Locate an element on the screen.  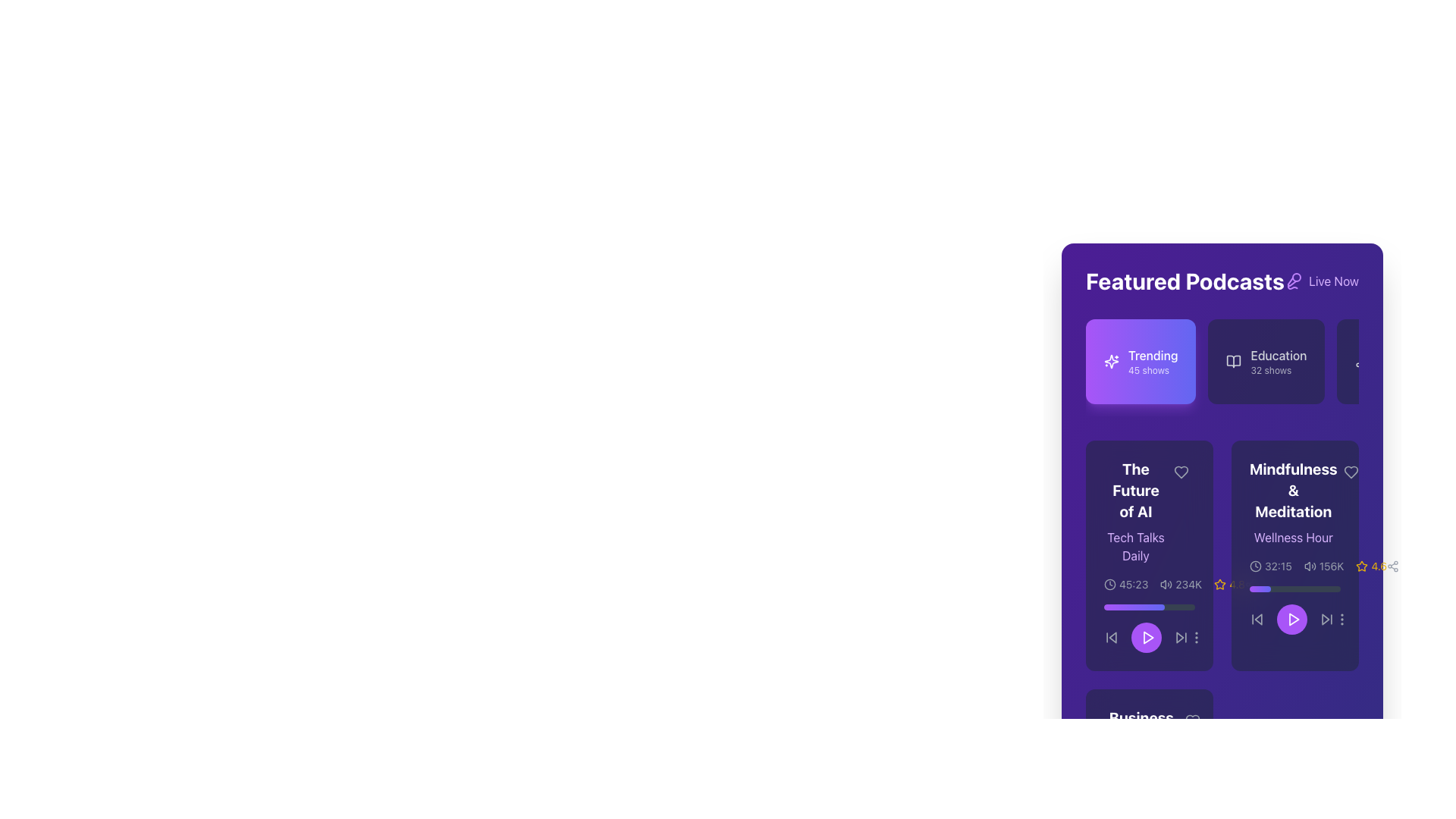
the Label with Icon that features a microphone icon and the text 'Live Now' in purple tones, located in the top-right corner of the 'Featured Podcasts' section is located at coordinates (1320, 281).